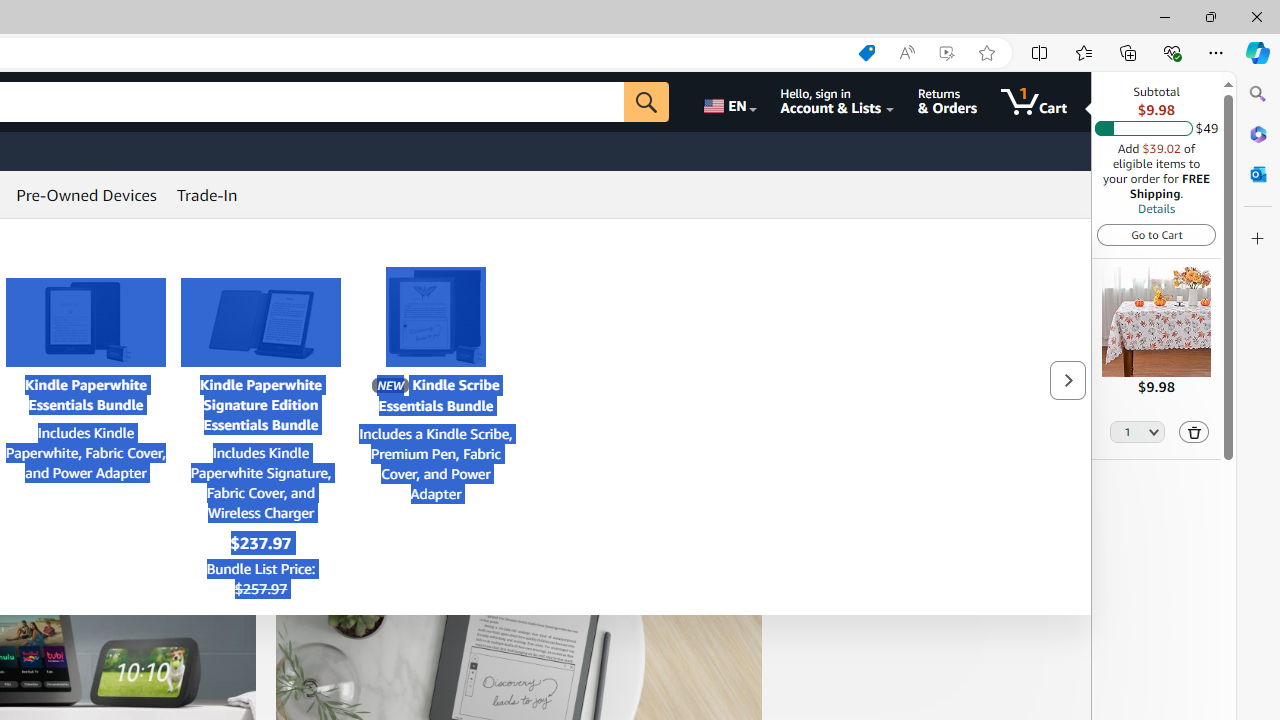 This screenshot has height=720, width=1280. Describe the element at coordinates (837, 101) in the screenshot. I see `'Hello, sign in Account & Lists'` at that location.